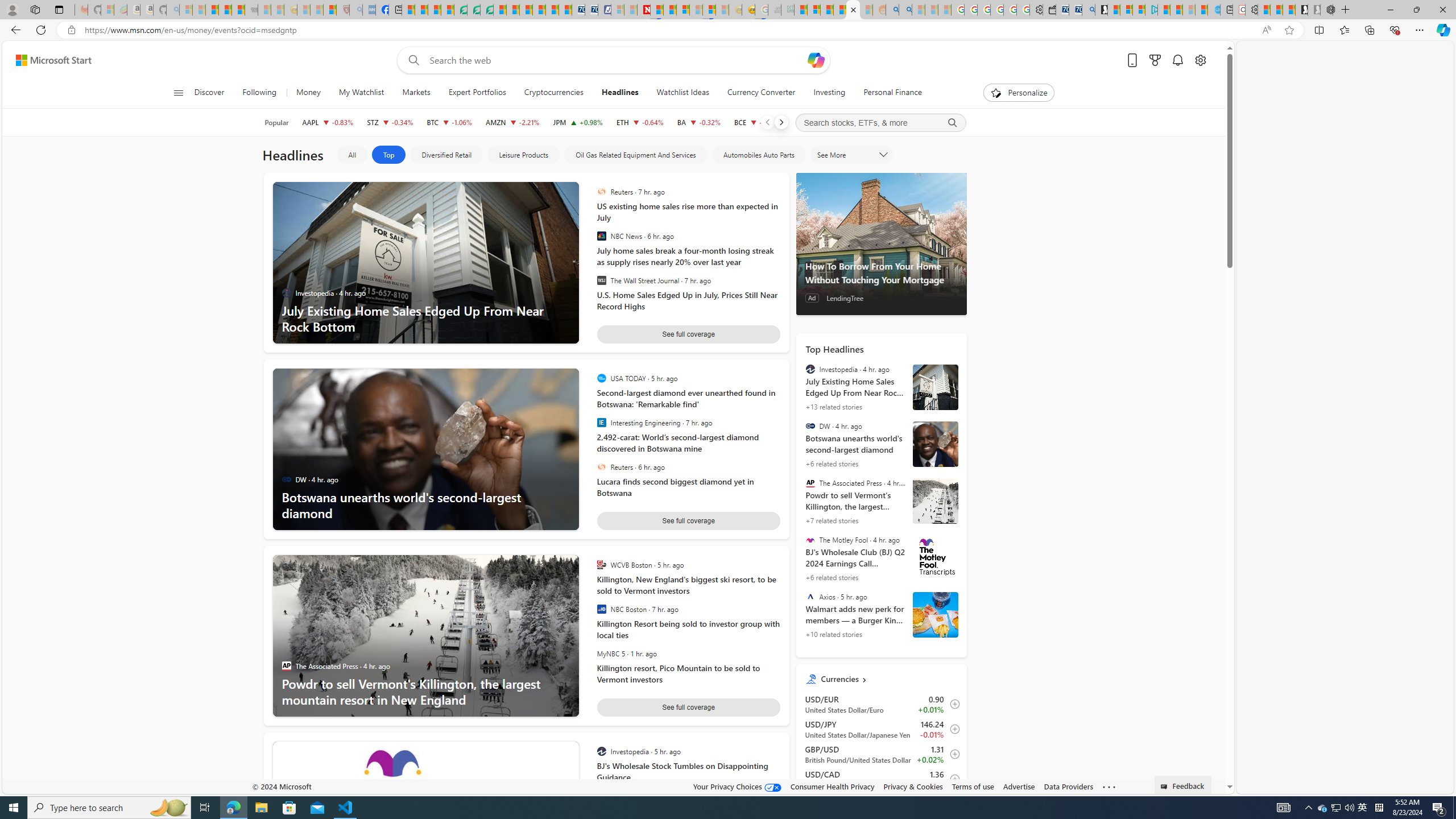 The image size is (1456, 819). What do you see at coordinates (308, 92) in the screenshot?
I see `'Money'` at bounding box center [308, 92].